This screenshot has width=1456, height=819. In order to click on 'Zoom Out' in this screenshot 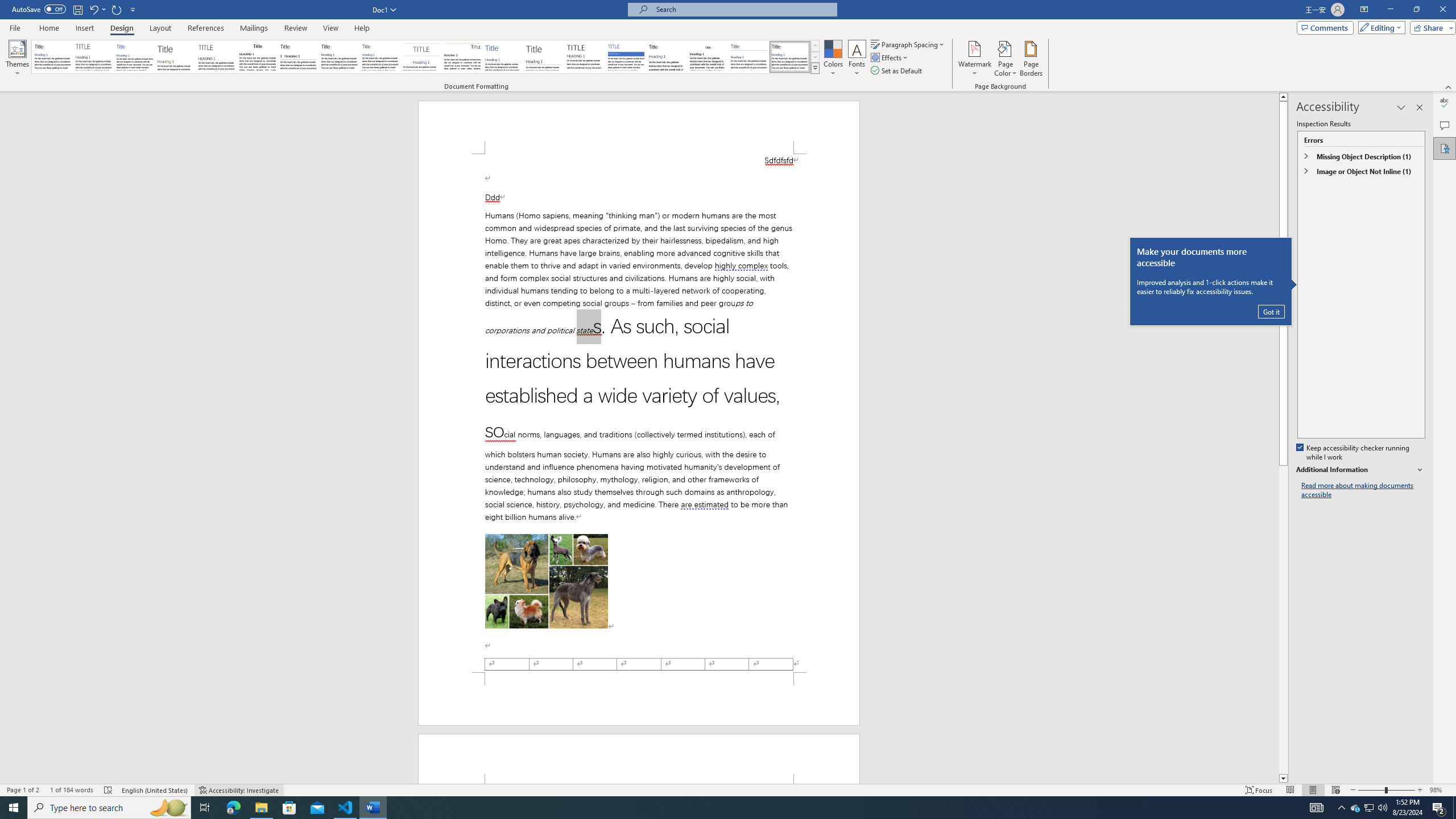, I will do `click(1371, 790)`.